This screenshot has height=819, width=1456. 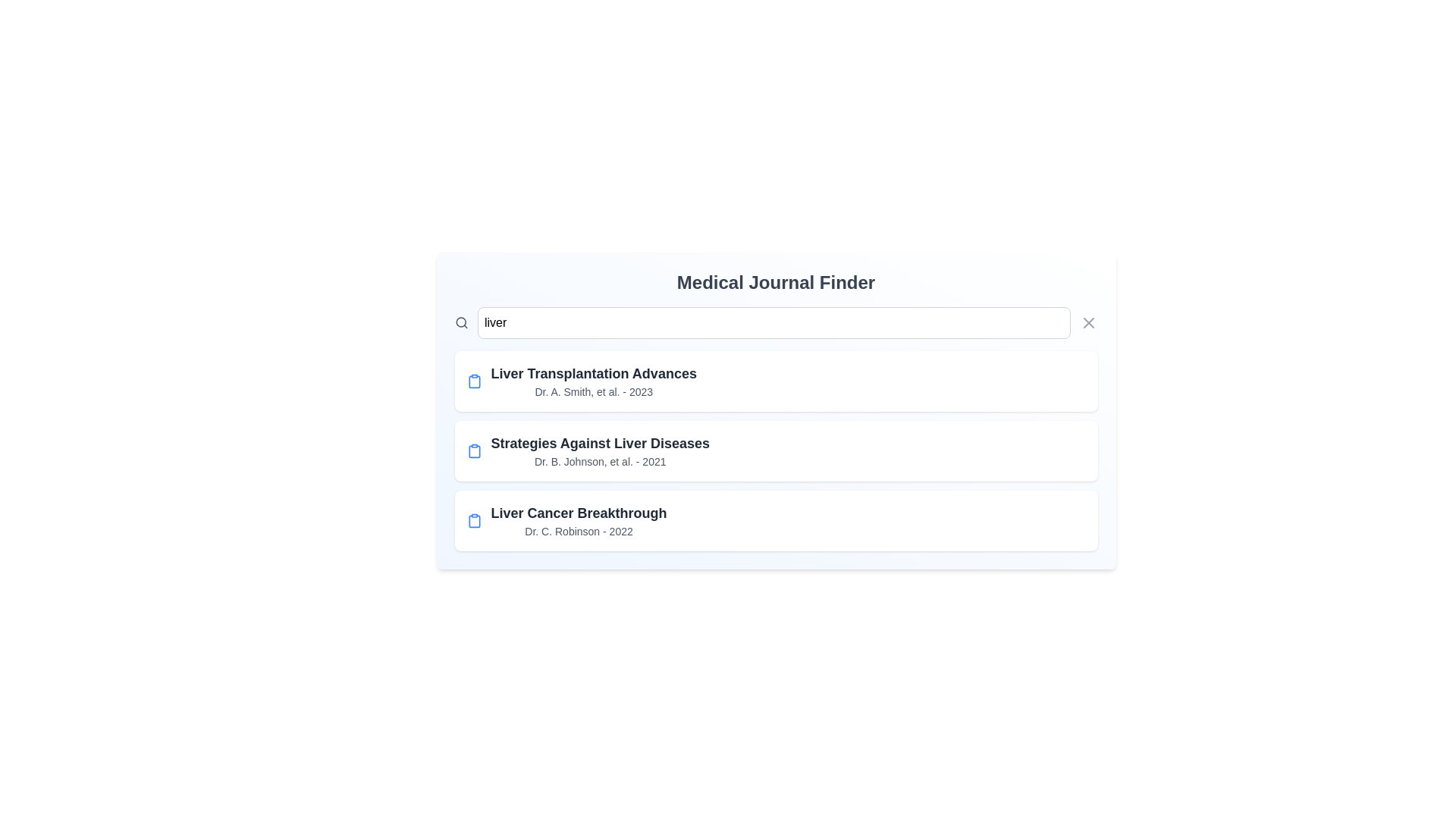 I want to click on the journal details page by clicking on the text block titled 'Strategies Against Liver Diseases', which is the second entry in the Medical Journal Finder list, so click(x=599, y=450).